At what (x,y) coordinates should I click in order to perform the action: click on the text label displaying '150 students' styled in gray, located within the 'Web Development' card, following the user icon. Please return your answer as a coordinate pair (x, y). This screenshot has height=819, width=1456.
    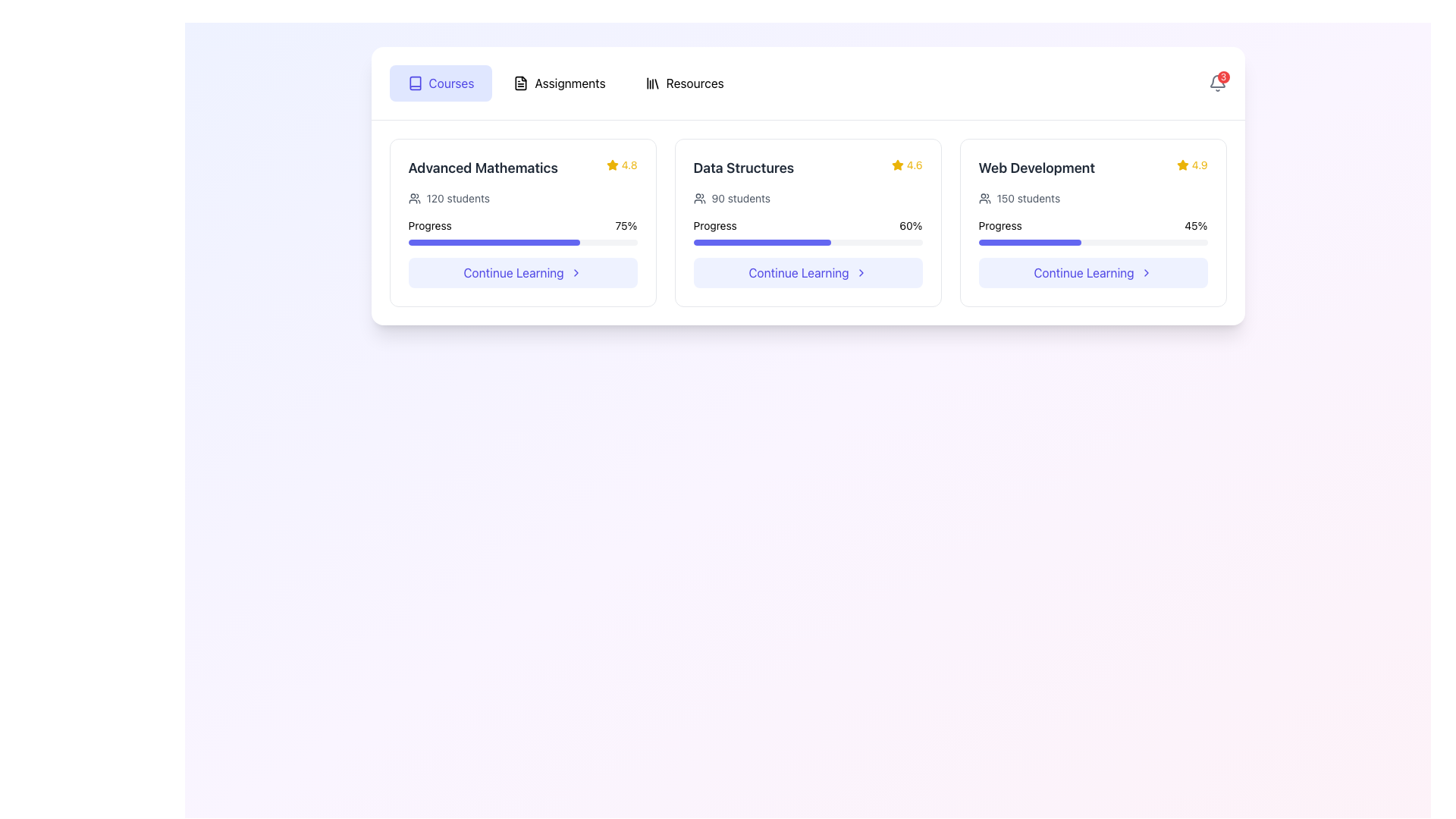
    Looking at the image, I should click on (1028, 198).